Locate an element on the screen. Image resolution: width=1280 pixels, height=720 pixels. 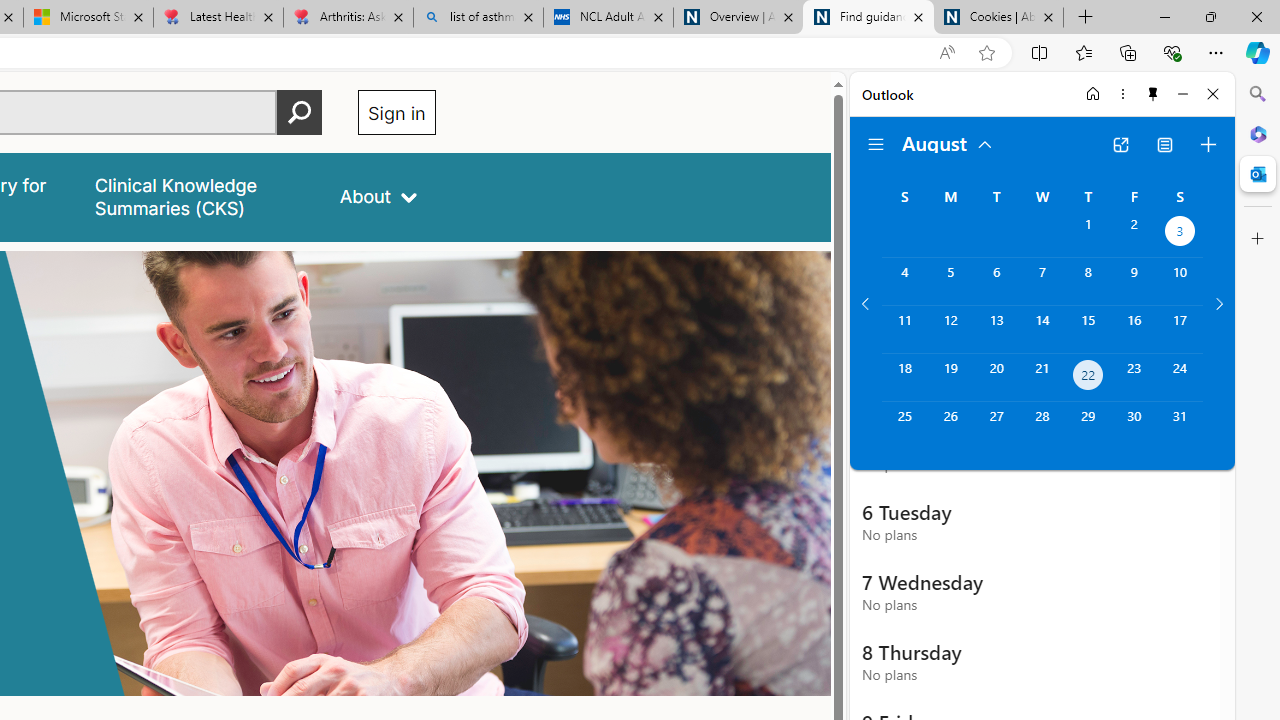
'Cookies | About | NICE' is located at coordinates (999, 17).